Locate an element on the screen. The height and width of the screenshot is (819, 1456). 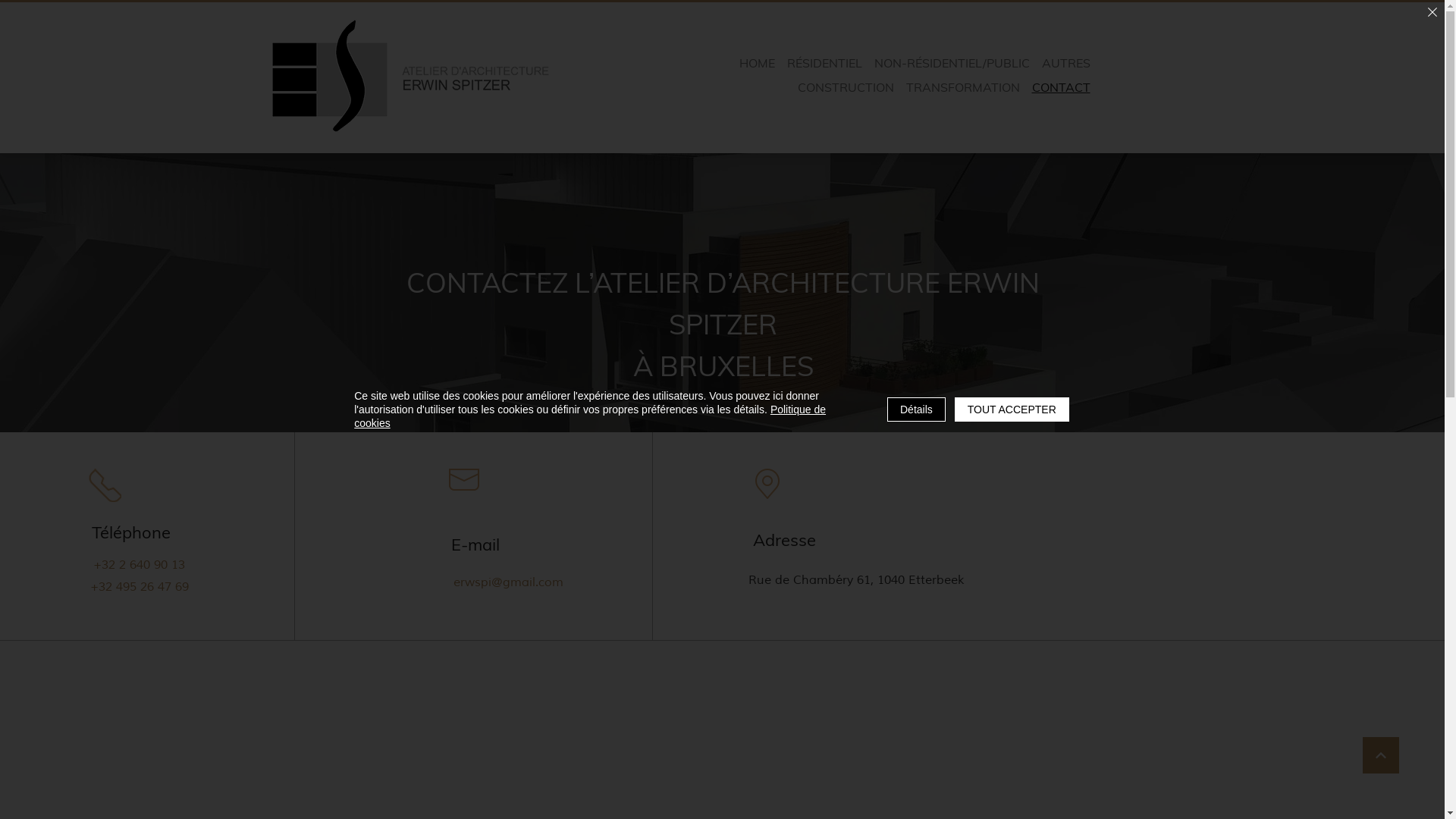
'TOUT ACCEPTER' is located at coordinates (1012, 409).